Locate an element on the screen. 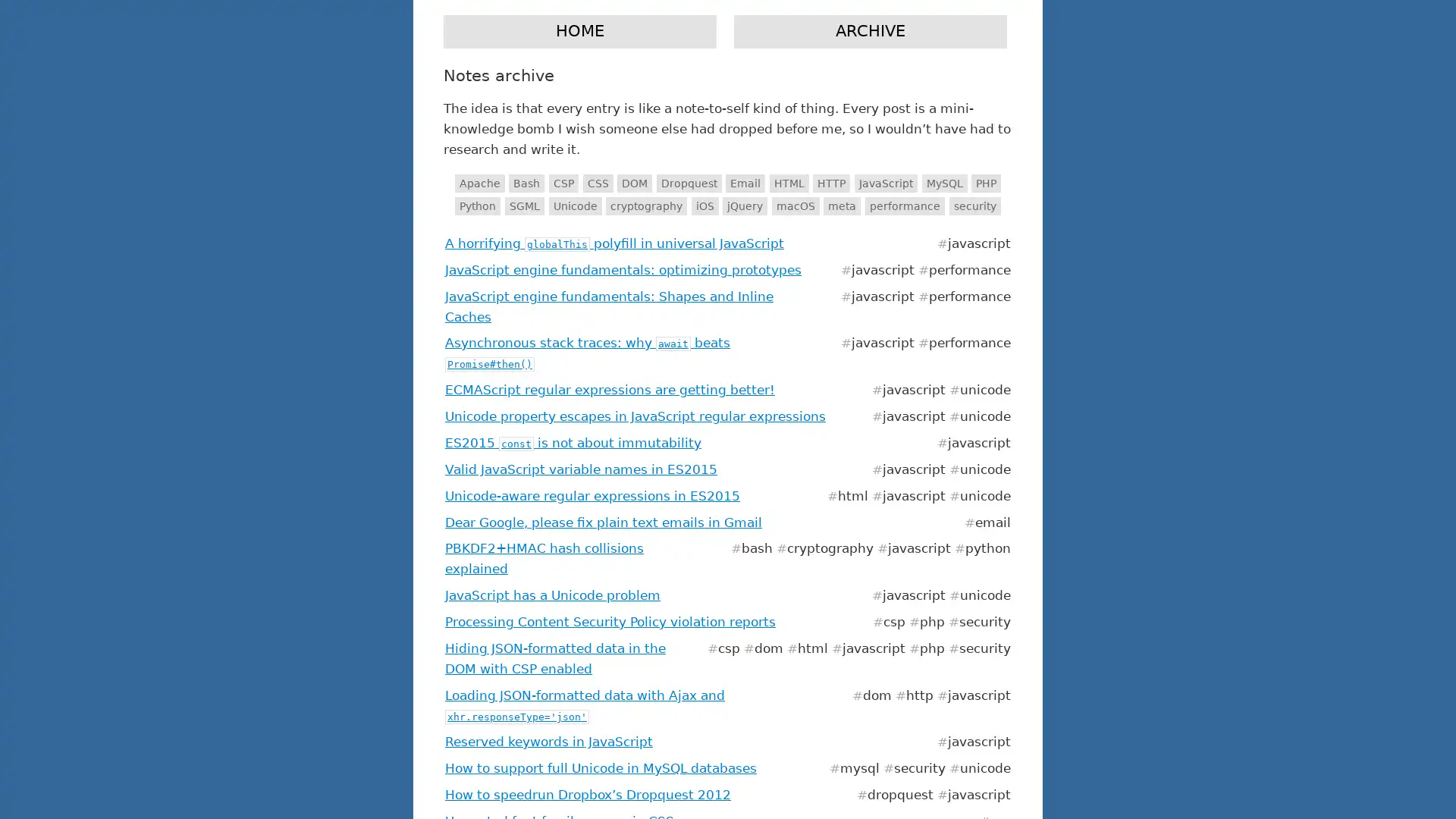  cryptography is located at coordinates (646, 206).